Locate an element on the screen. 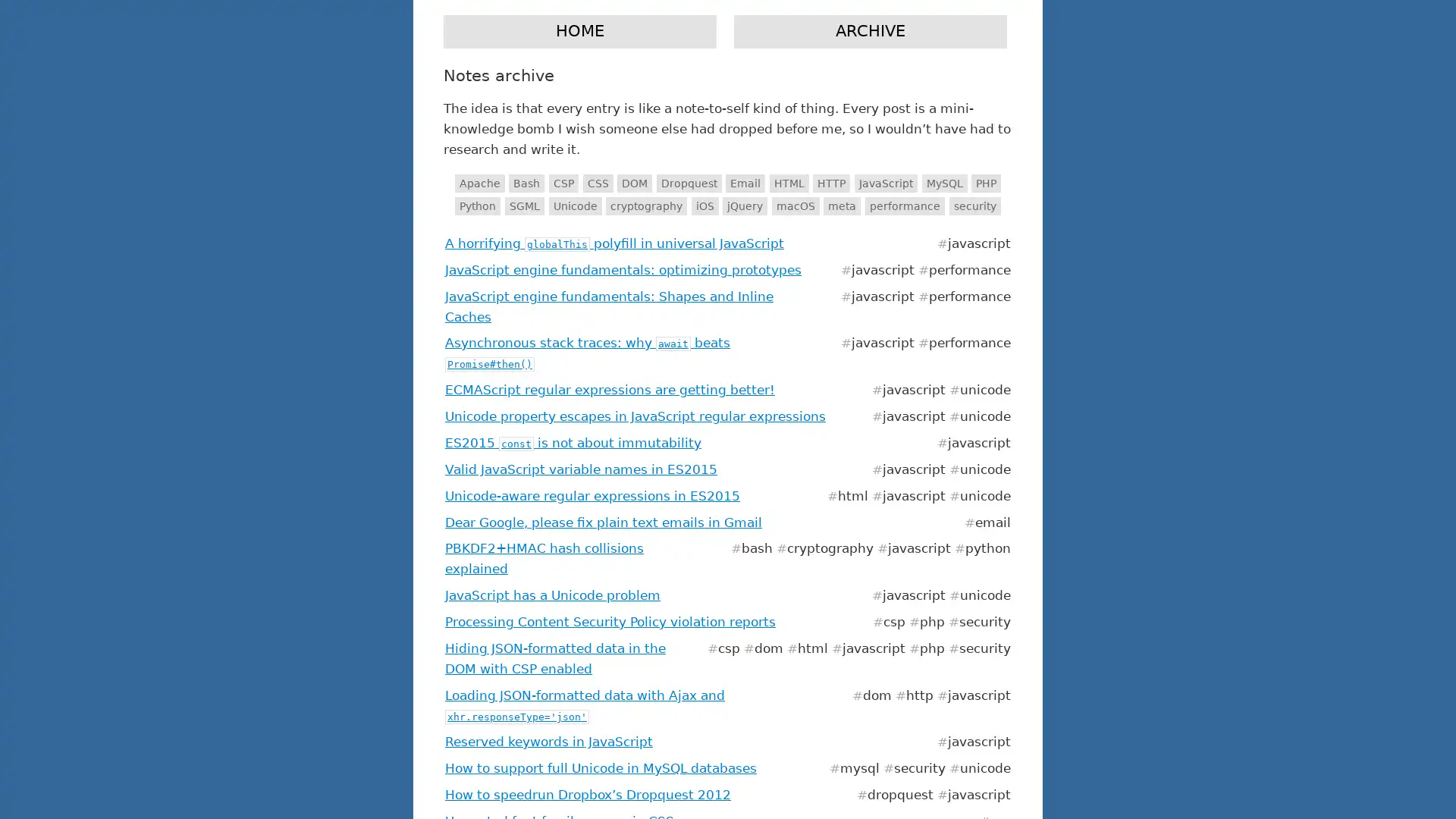  cryptography is located at coordinates (646, 206).